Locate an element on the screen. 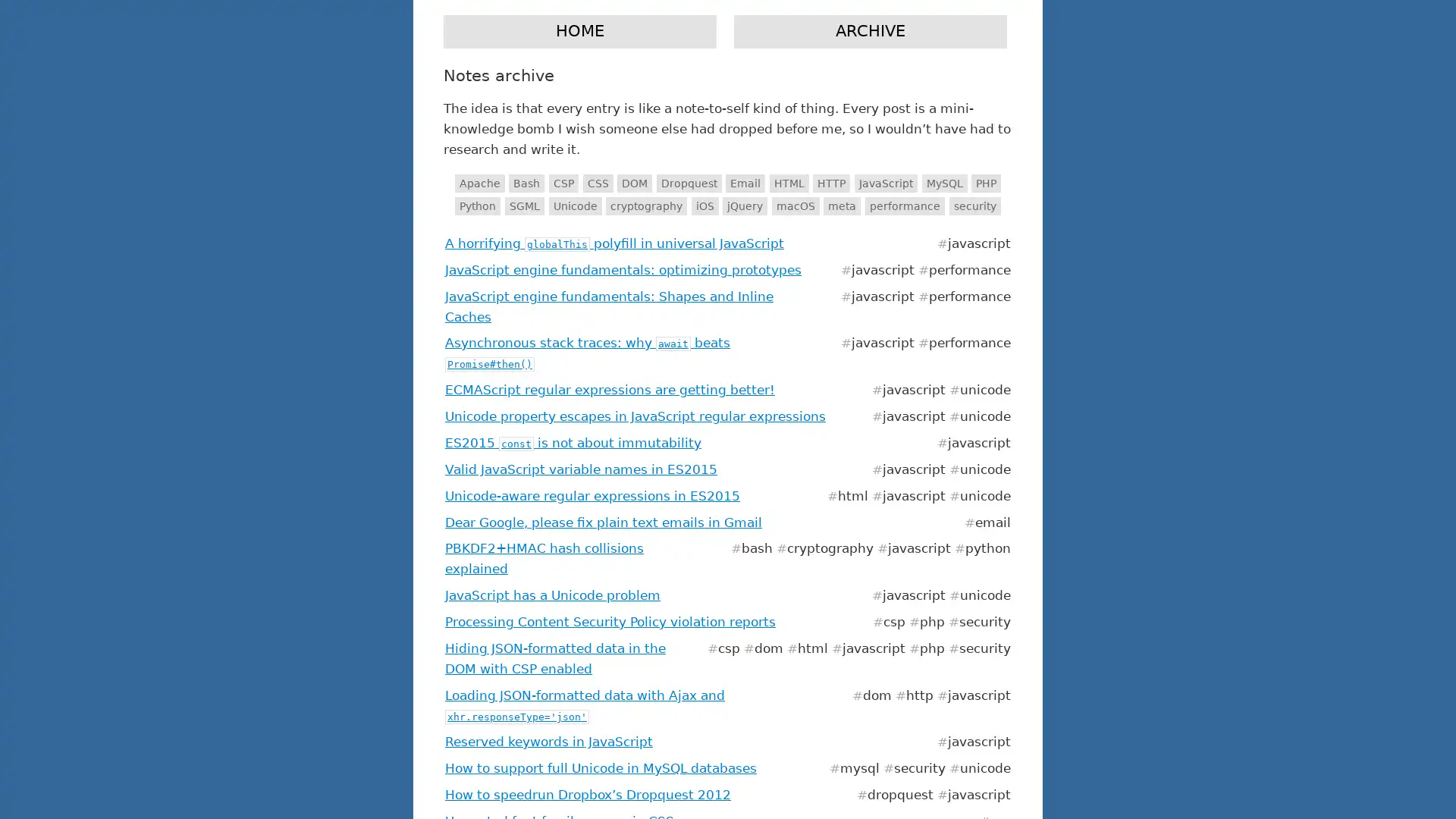  cryptography is located at coordinates (646, 206).